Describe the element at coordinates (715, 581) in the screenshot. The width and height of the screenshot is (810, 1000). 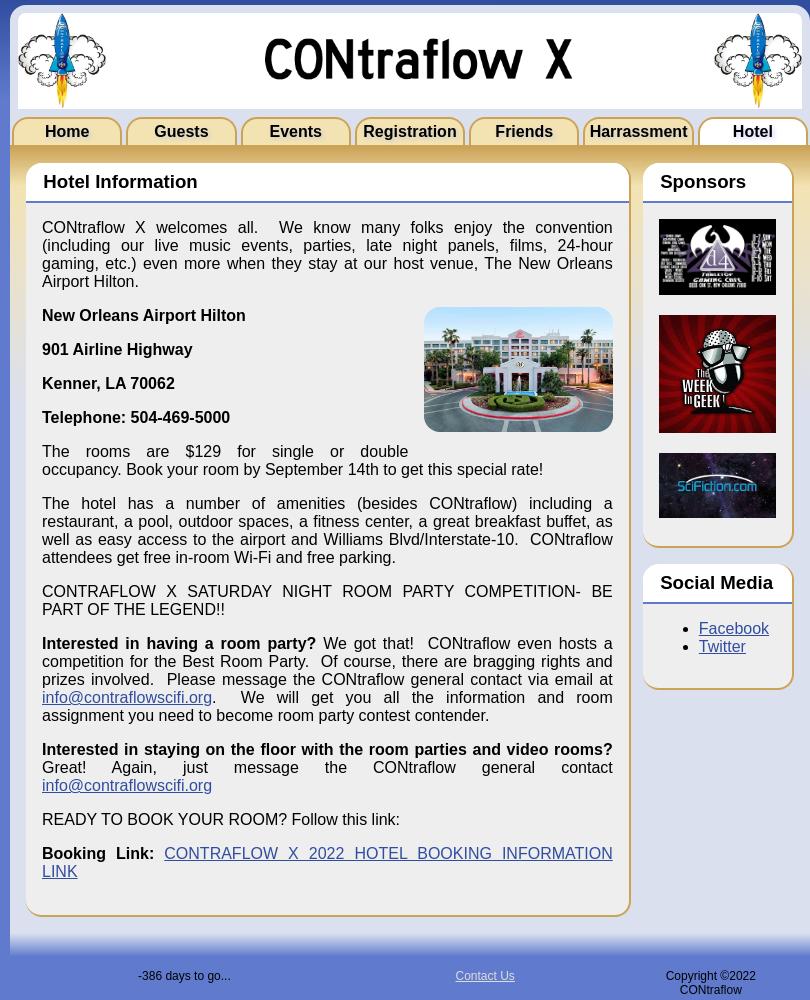
I see `'Social Media'` at that location.